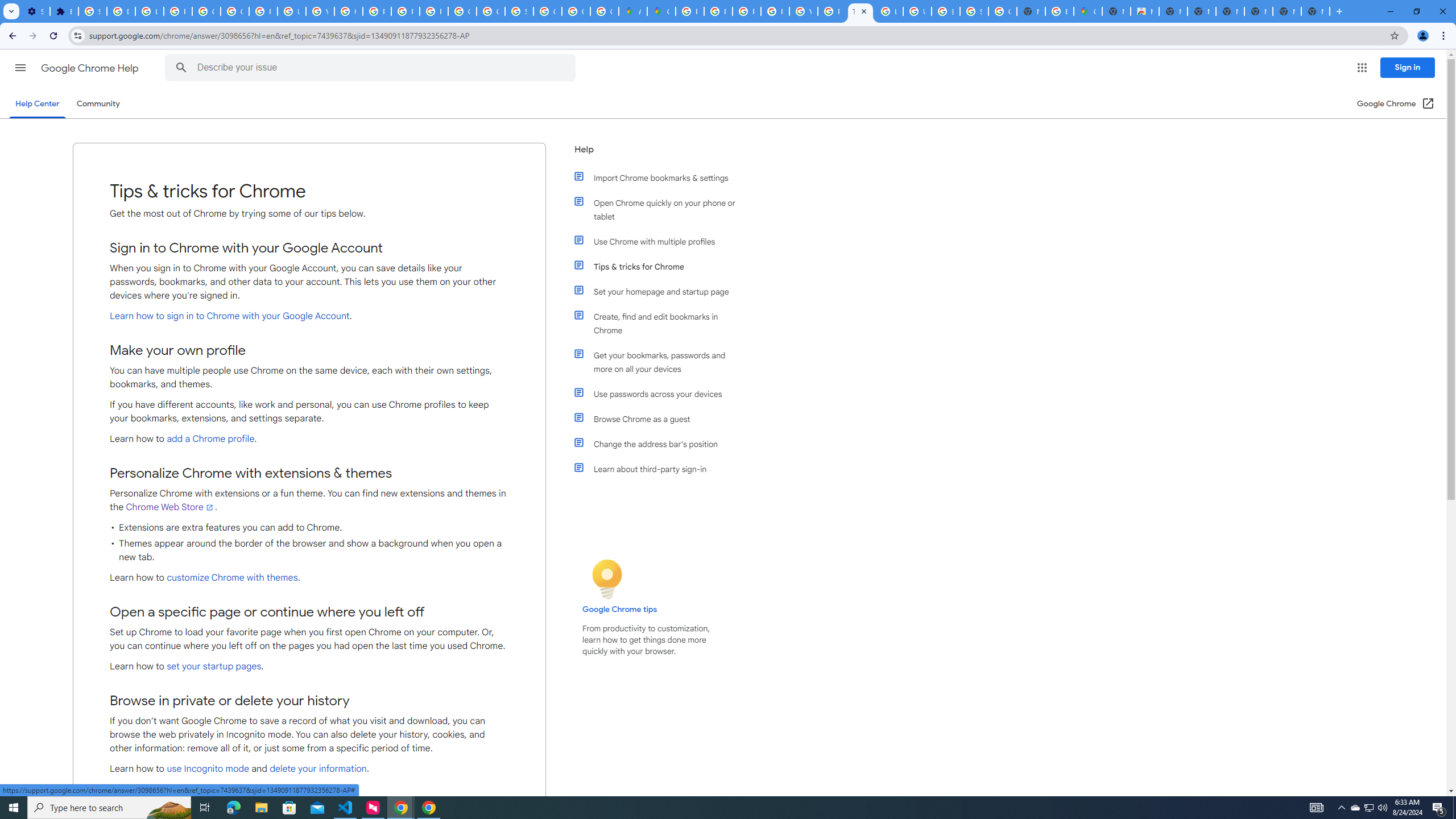  What do you see at coordinates (661, 469) in the screenshot?
I see `'Learn about third-party sign-in'` at bounding box center [661, 469].